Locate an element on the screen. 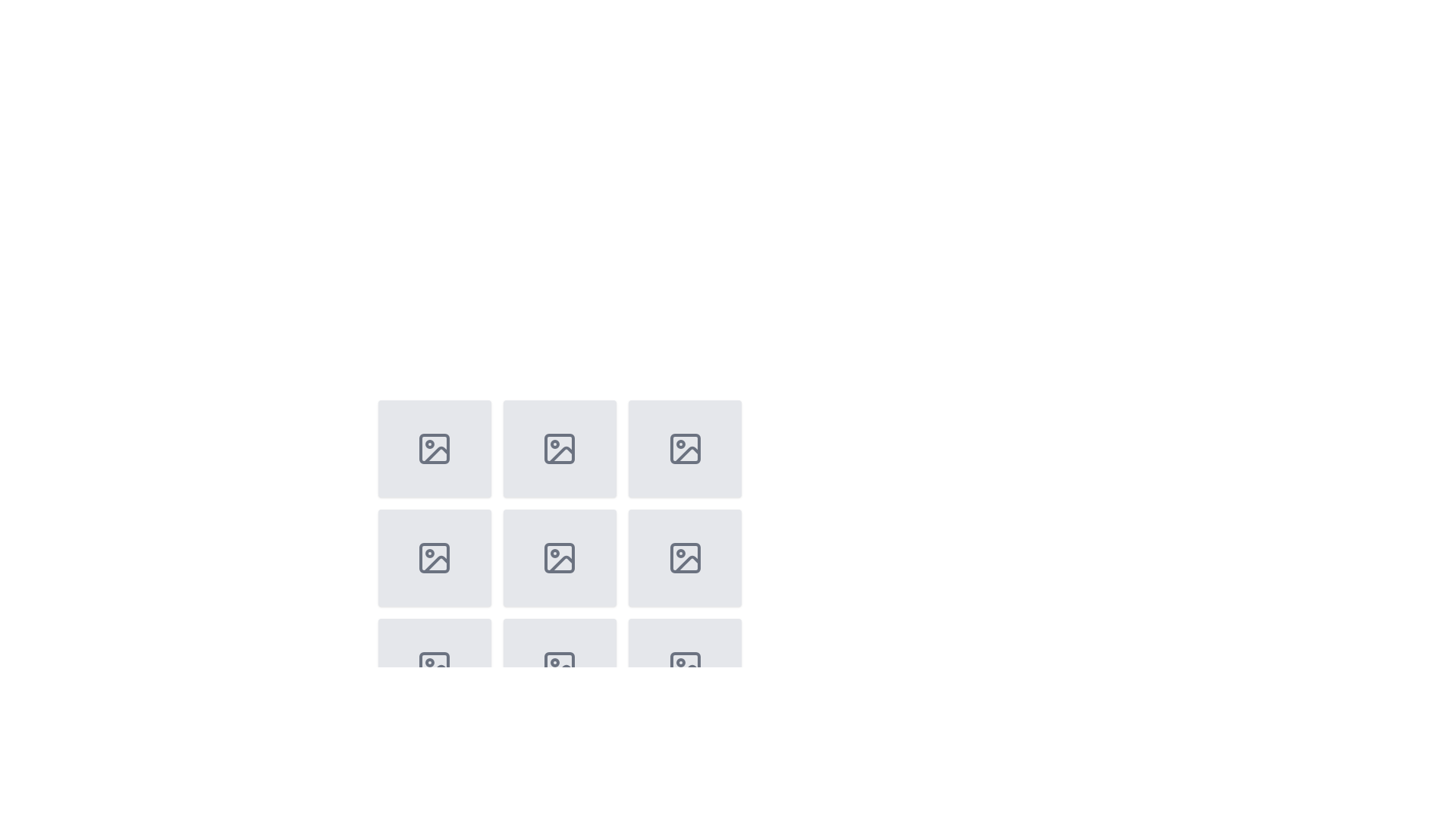  the image placeholder icon located in the second row and second column of the grid arrangement in the middle area of the interface is located at coordinates (559, 447).